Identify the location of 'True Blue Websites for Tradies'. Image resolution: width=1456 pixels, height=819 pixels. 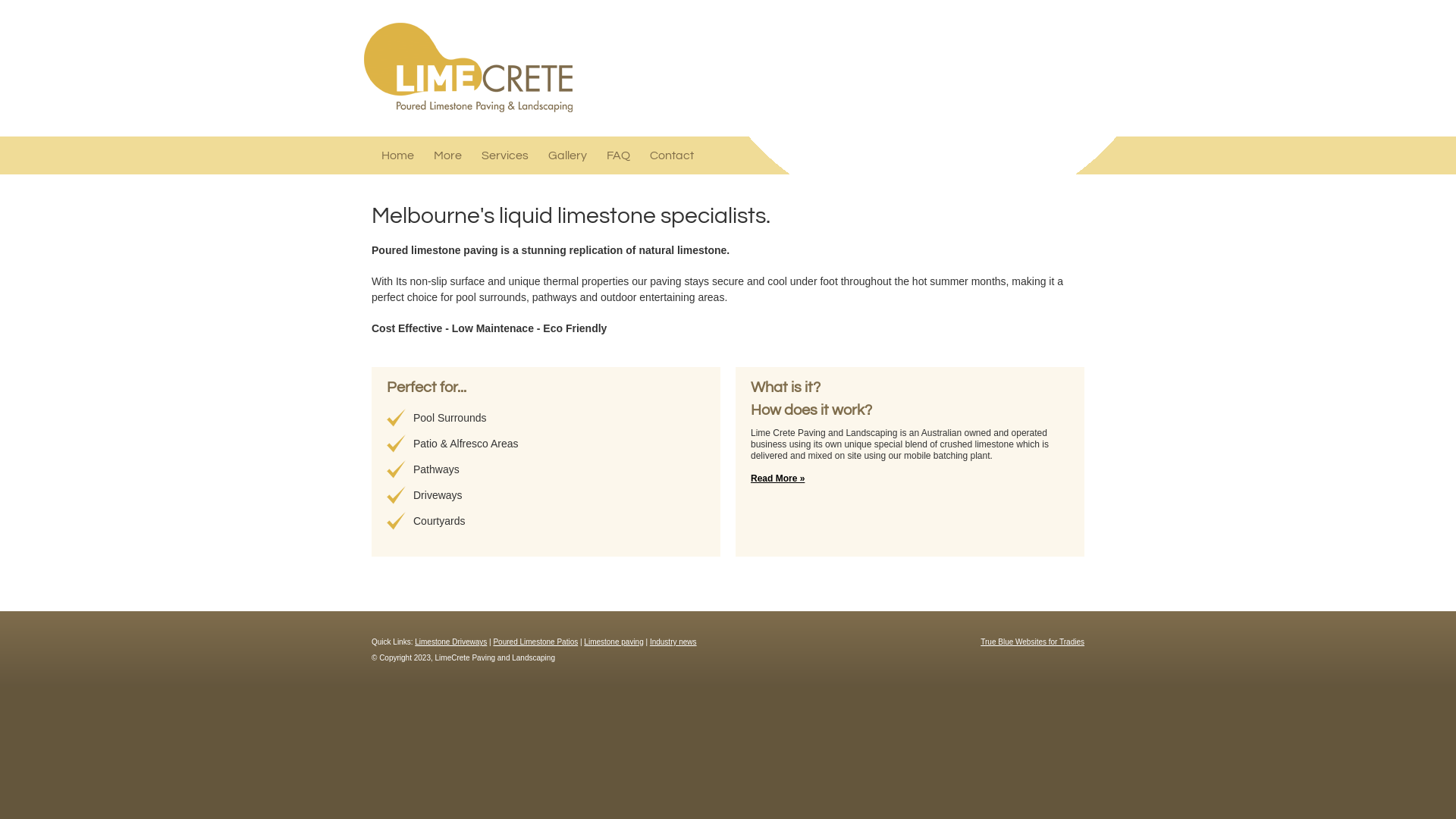
(980, 642).